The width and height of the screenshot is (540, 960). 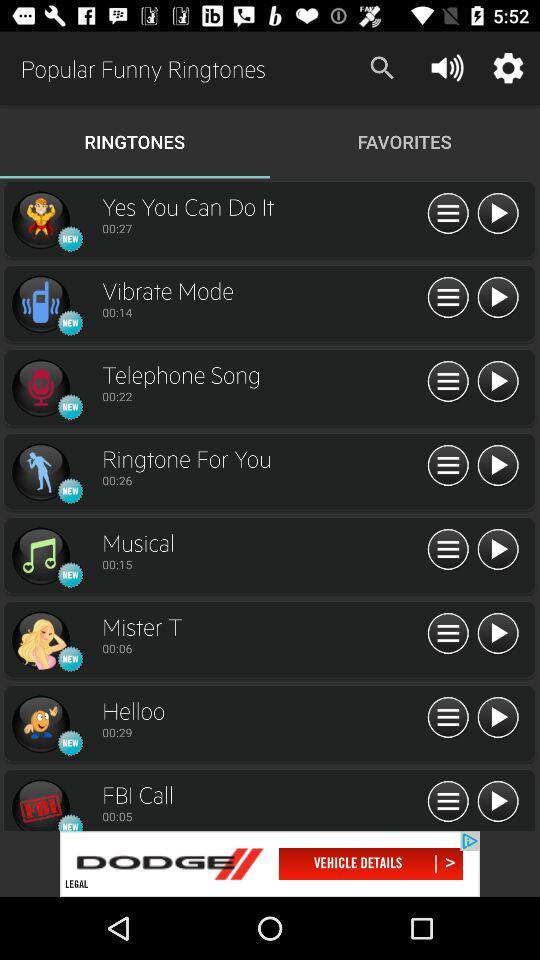 What do you see at coordinates (448, 633) in the screenshot?
I see `show all information available` at bounding box center [448, 633].